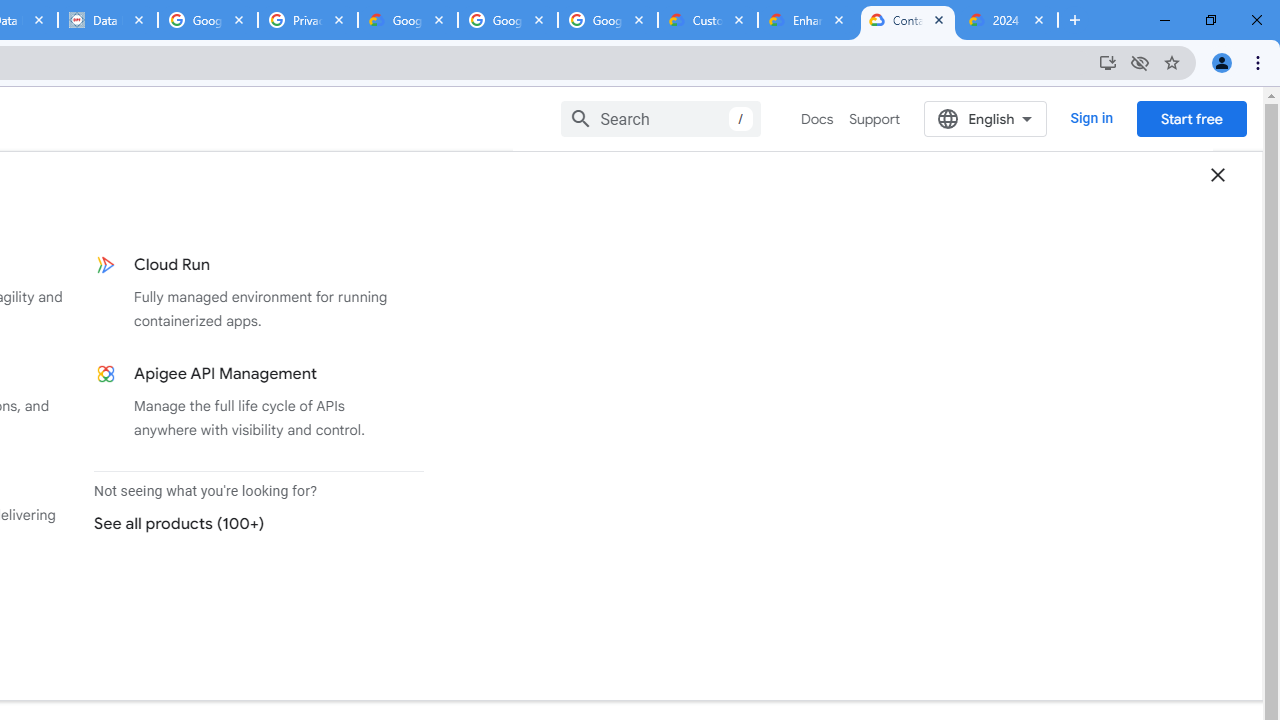 The width and height of the screenshot is (1280, 720). What do you see at coordinates (106, 20) in the screenshot?
I see `'Data Privacy Framework'` at bounding box center [106, 20].